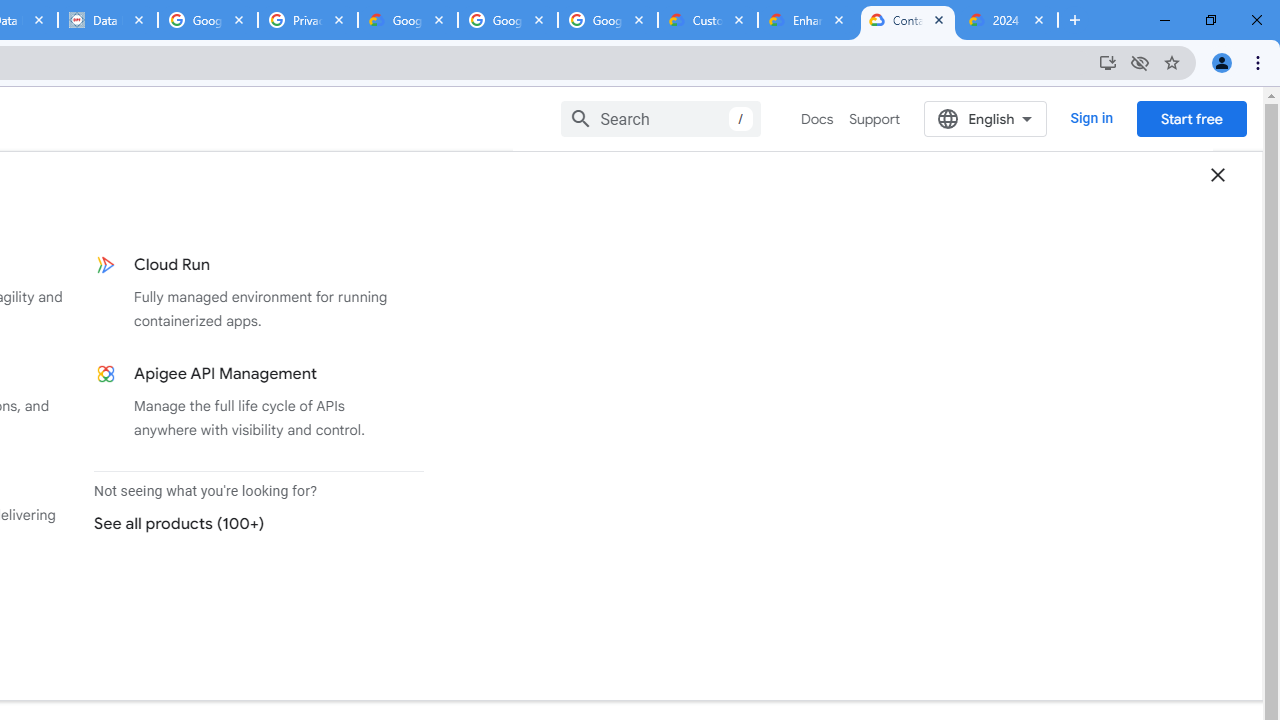 The width and height of the screenshot is (1280, 720). What do you see at coordinates (106, 20) in the screenshot?
I see `'Data Privacy Framework'` at bounding box center [106, 20].